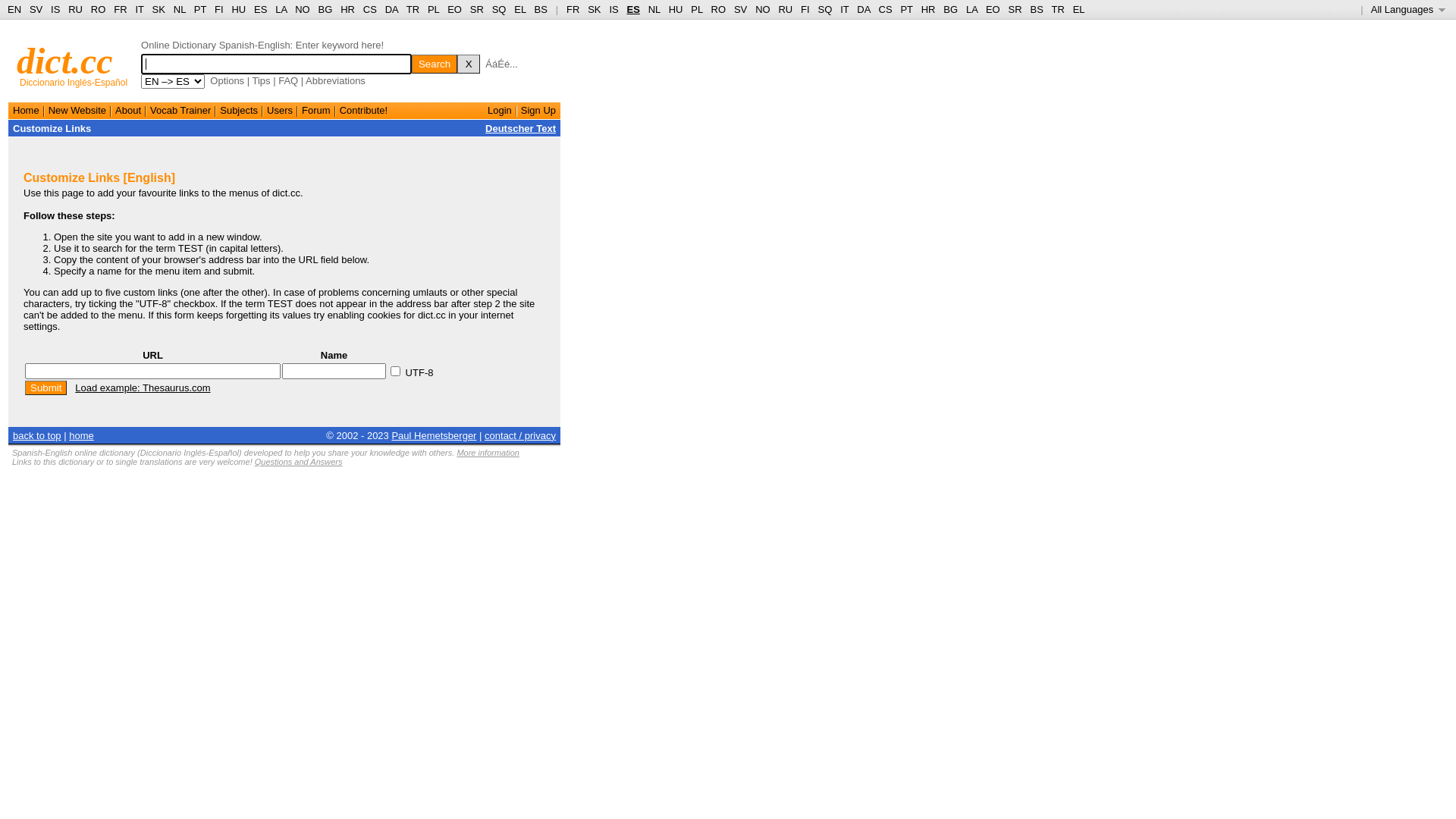 This screenshot has width=1456, height=819. What do you see at coordinates (613, 9) in the screenshot?
I see `'IS'` at bounding box center [613, 9].